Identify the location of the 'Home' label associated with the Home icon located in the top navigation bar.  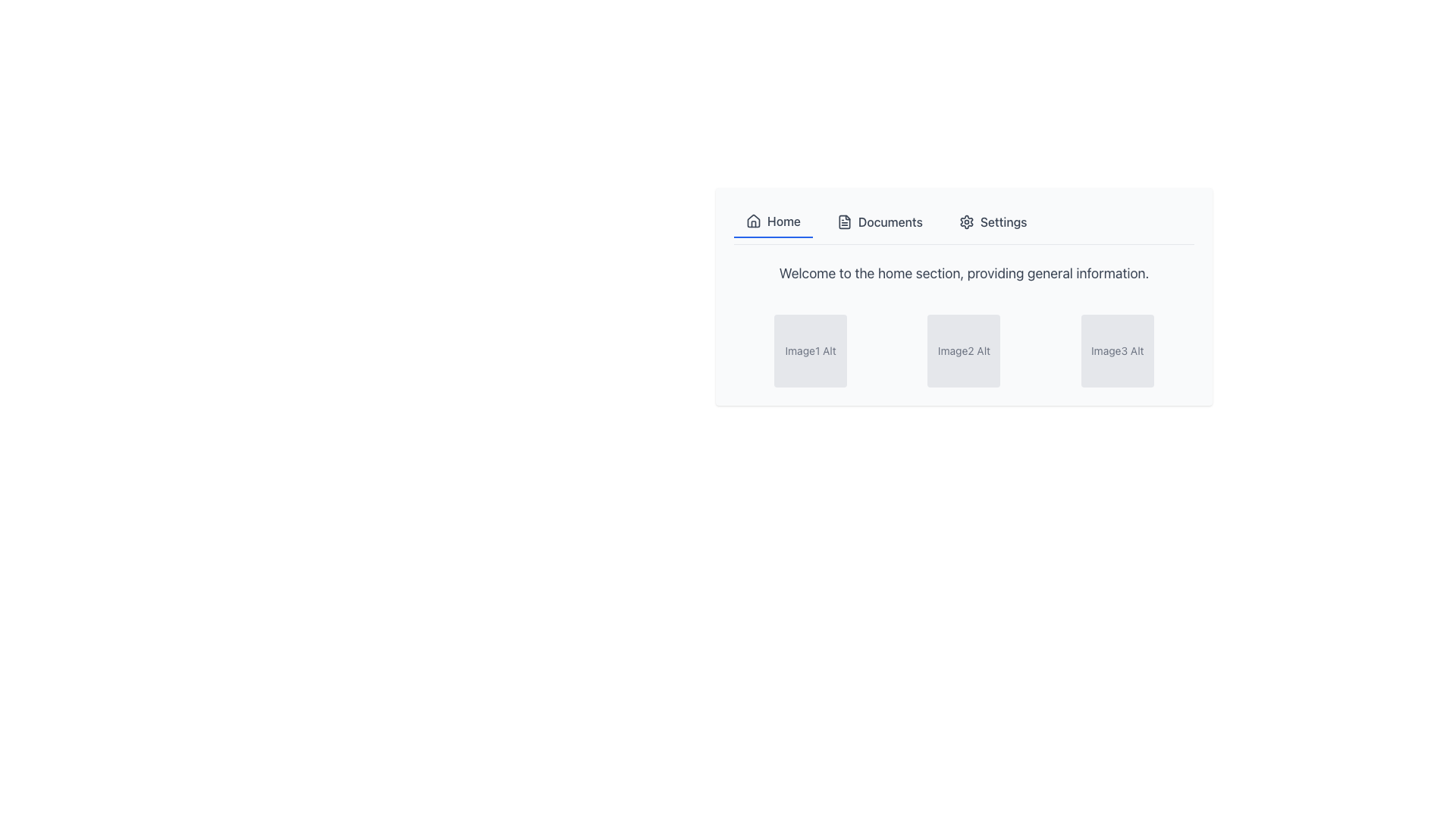
(753, 220).